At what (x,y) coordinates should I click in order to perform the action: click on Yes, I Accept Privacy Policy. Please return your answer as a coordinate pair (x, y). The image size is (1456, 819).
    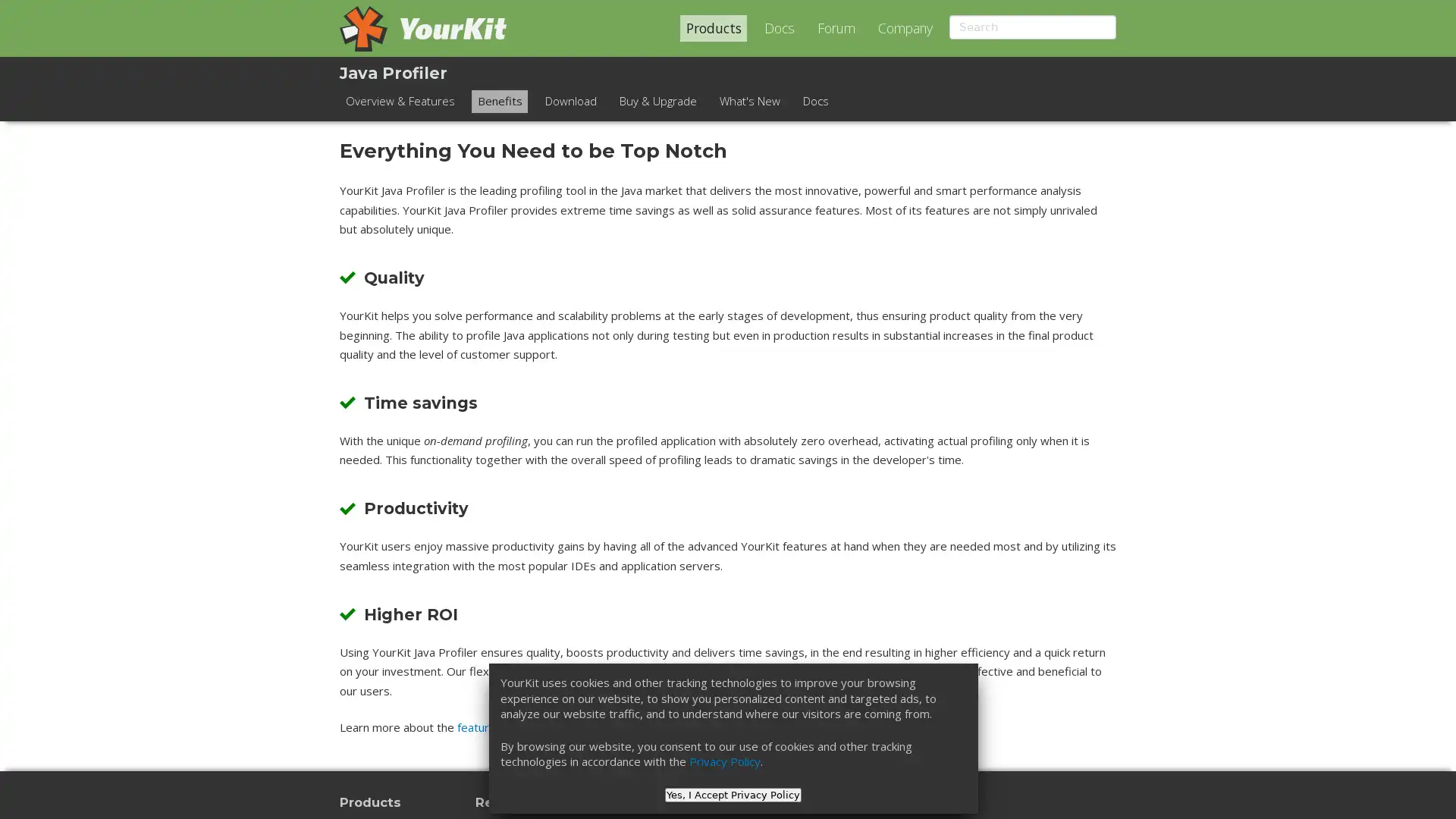
    Looking at the image, I should click on (733, 793).